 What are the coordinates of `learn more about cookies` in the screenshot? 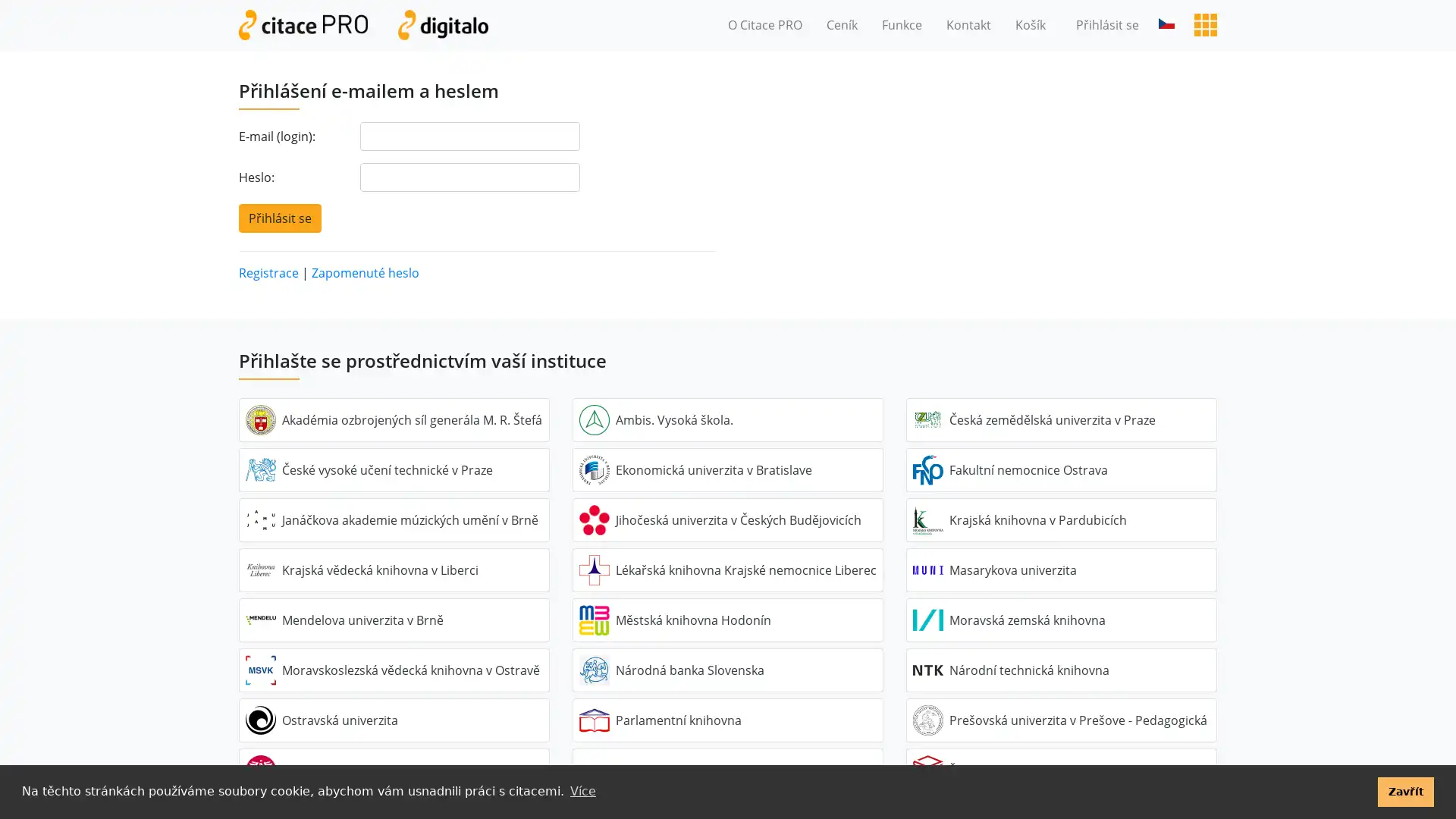 It's located at (582, 791).